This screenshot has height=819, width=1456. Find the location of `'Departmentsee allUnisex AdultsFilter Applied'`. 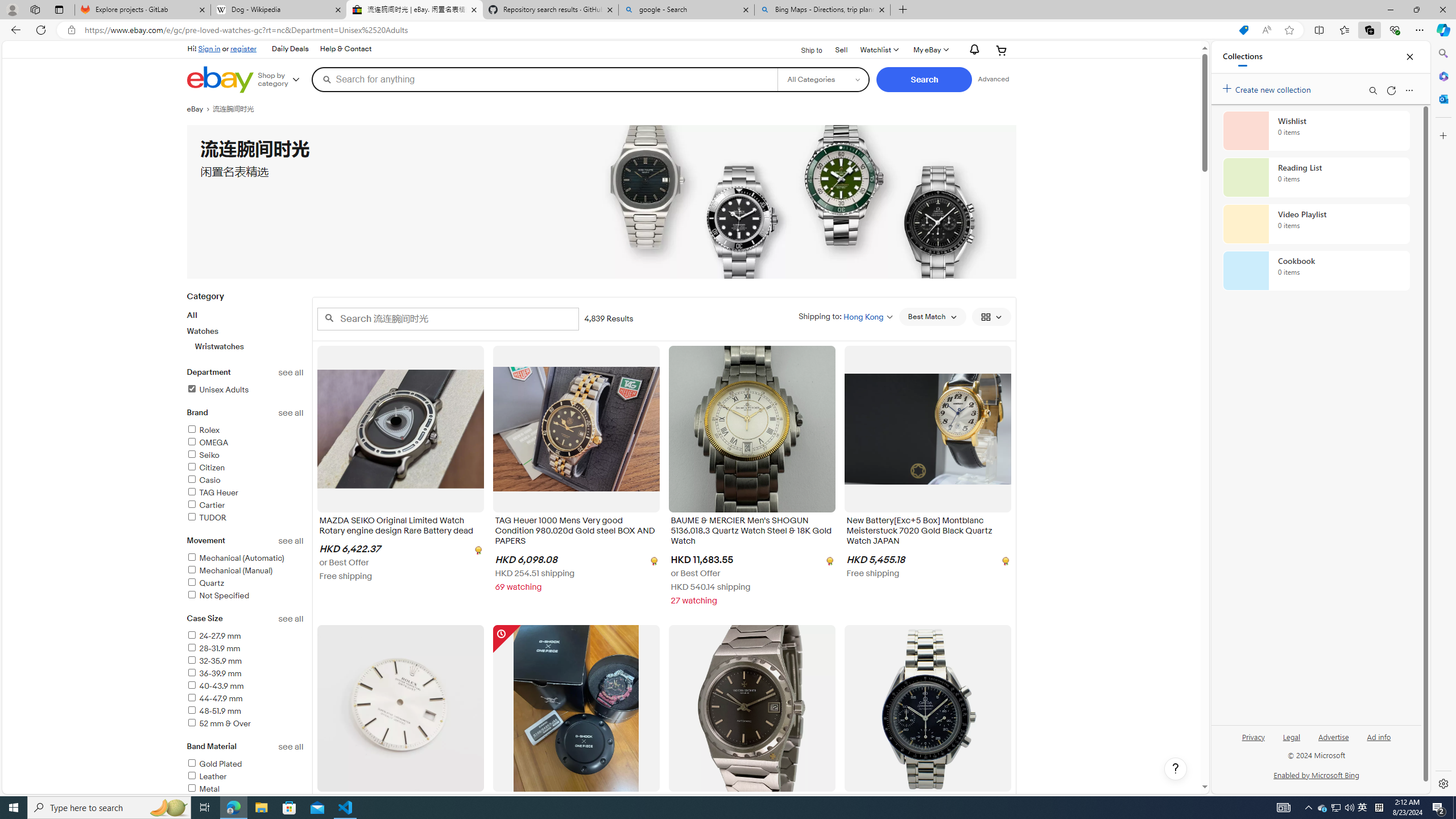

'Departmentsee allUnisex AdultsFilter Applied' is located at coordinates (245, 387).